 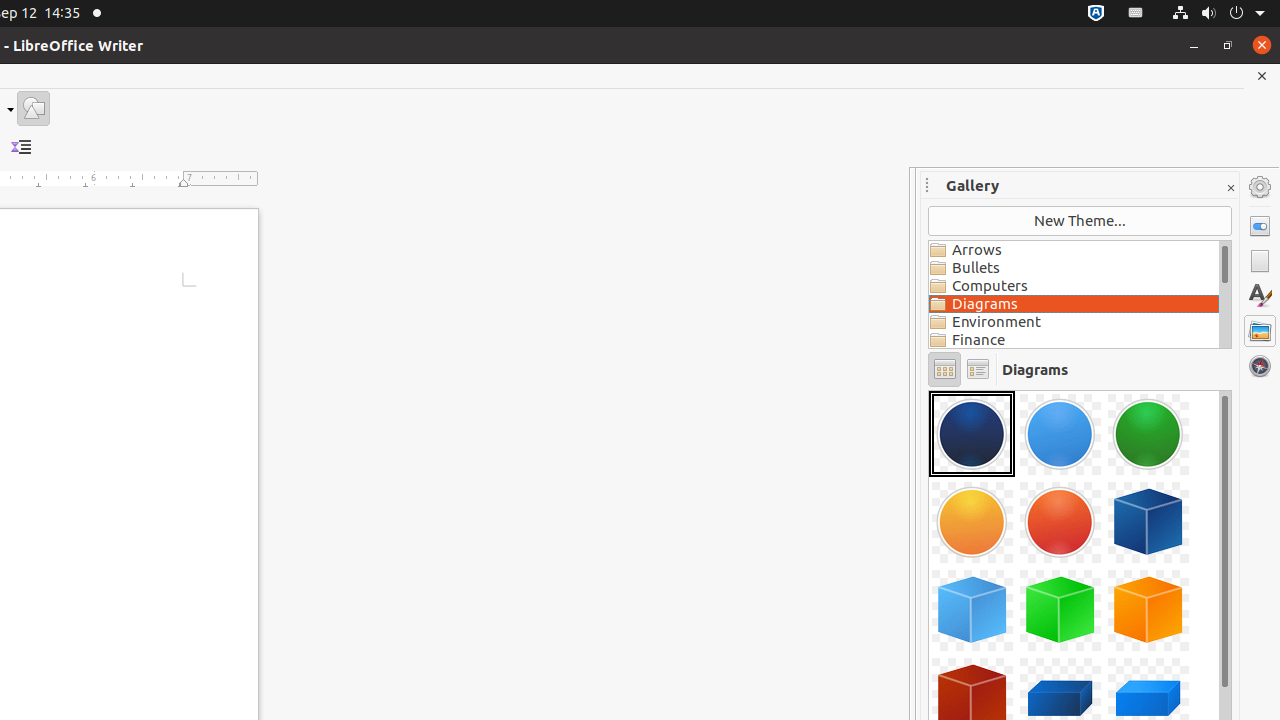 What do you see at coordinates (943, 369) in the screenshot?
I see `'Icon View'` at bounding box center [943, 369].